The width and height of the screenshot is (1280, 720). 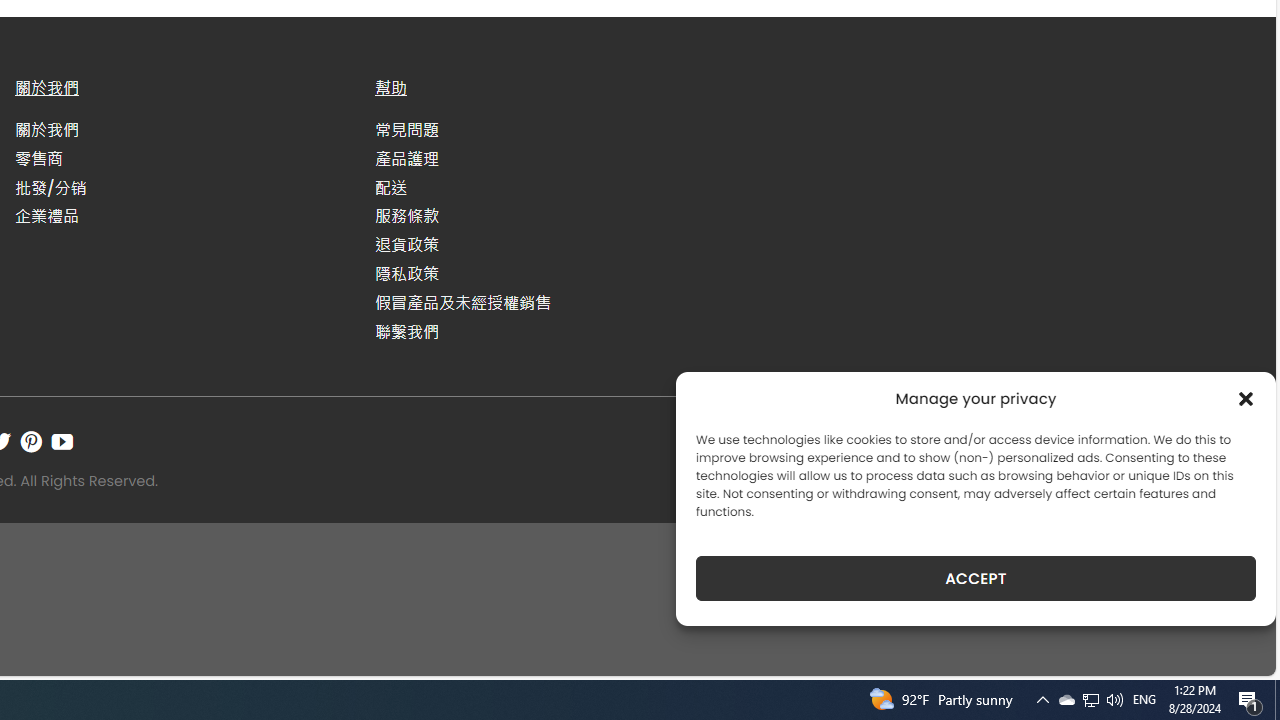 What do you see at coordinates (31, 440) in the screenshot?
I see `'Follow on Pinterest'` at bounding box center [31, 440].